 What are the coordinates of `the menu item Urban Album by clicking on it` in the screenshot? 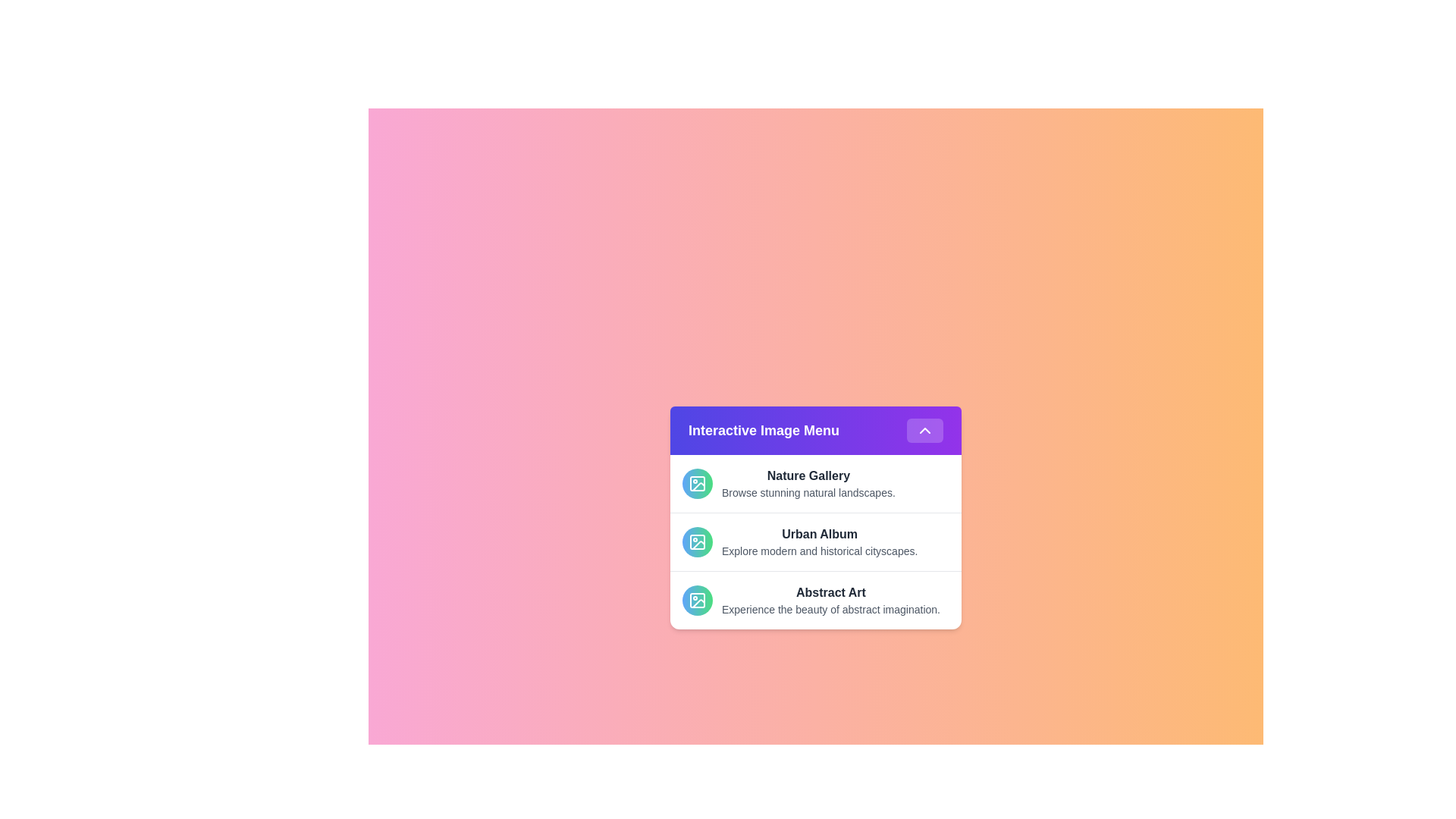 It's located at (814, 540).